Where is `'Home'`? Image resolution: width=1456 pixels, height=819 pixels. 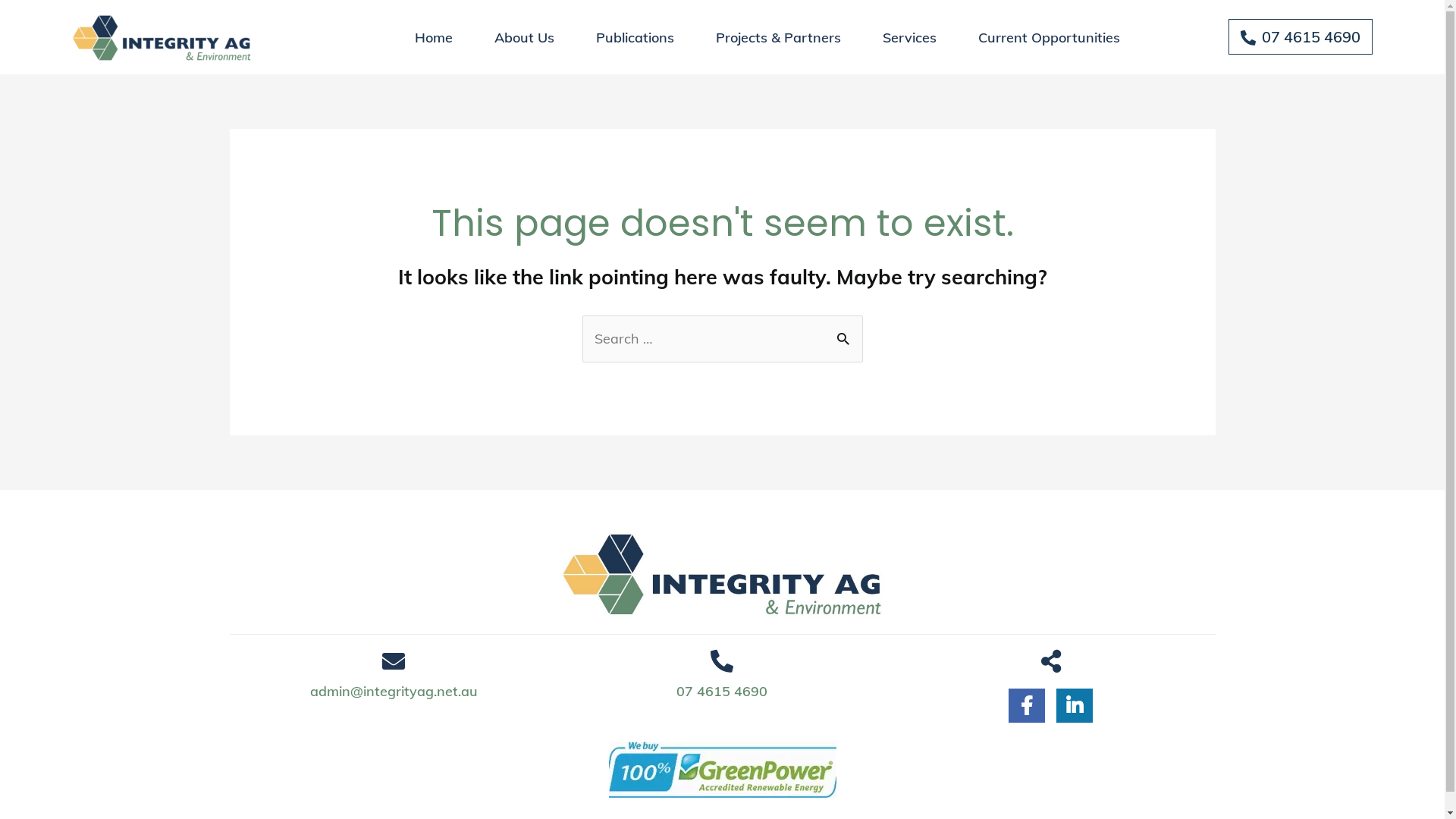
'Home' is located at coordinates (432, 36).